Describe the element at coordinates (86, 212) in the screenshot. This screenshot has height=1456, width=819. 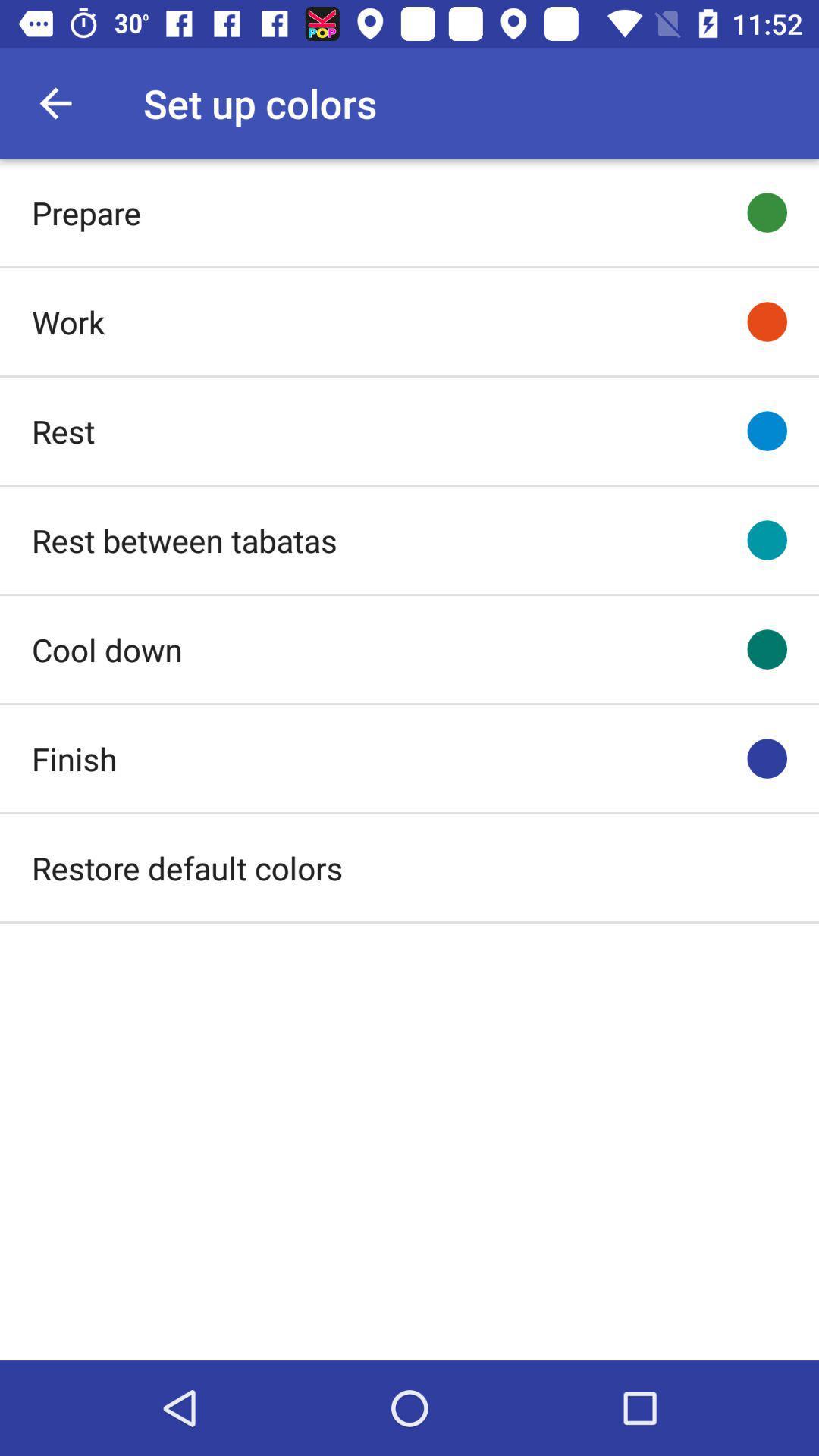
I see `item above work icon` at that location.